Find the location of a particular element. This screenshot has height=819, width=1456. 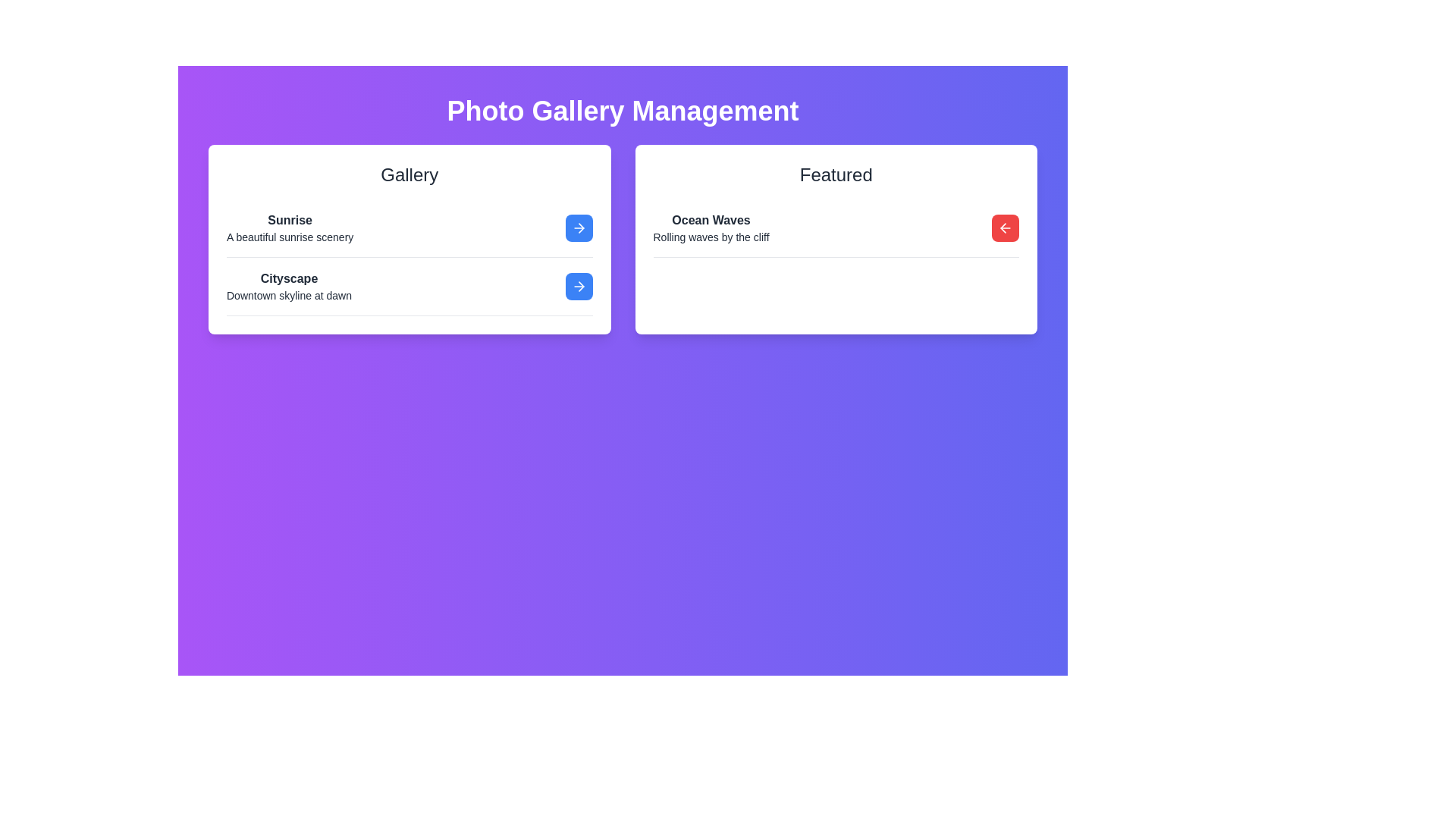

the first item in the 'Gallery' section, labeled 'Sunrise' is located at coordinates (409, 228).